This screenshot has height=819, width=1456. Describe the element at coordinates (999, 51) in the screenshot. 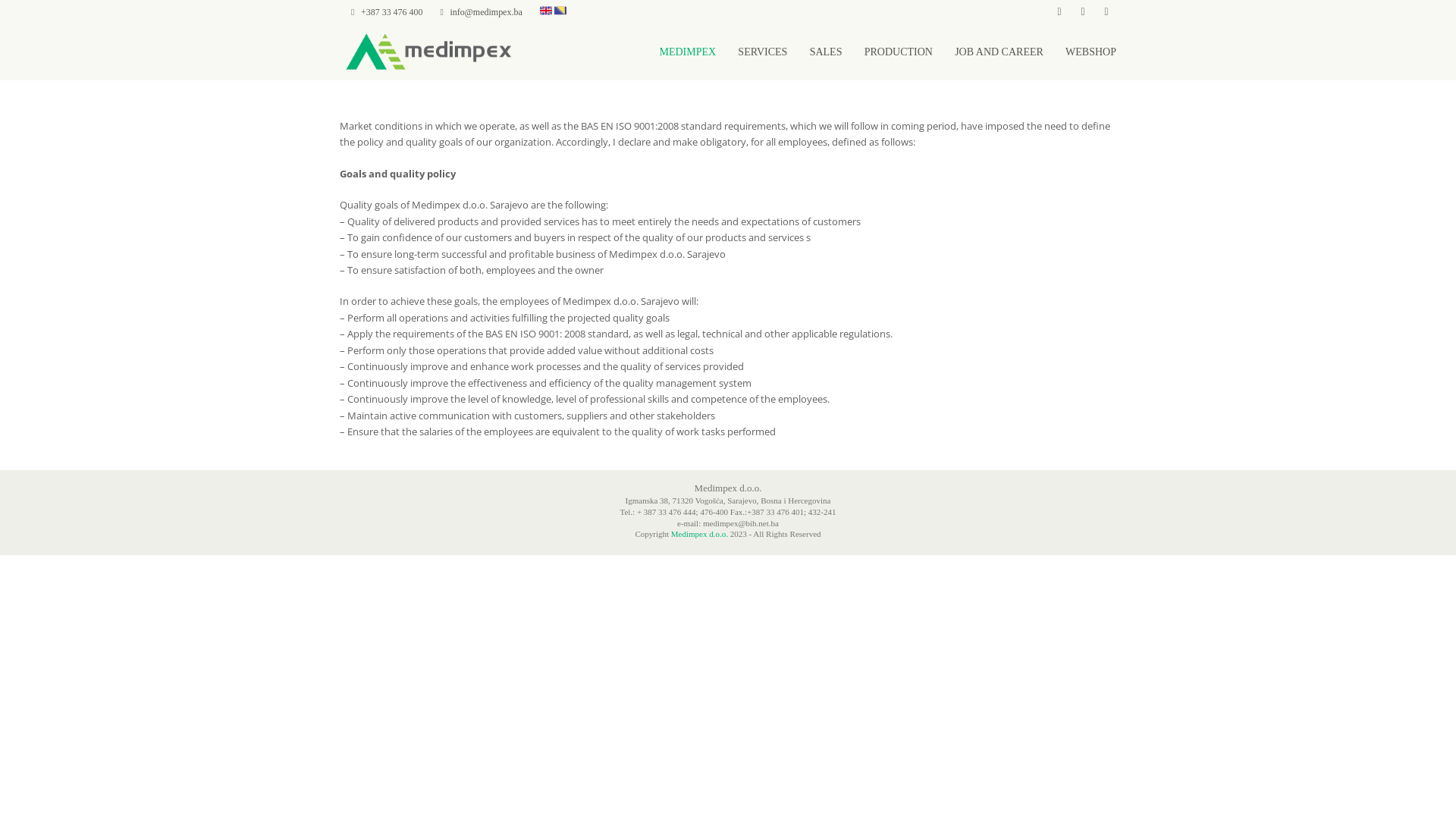

I see `'JOB AND CAREER'` at that location.